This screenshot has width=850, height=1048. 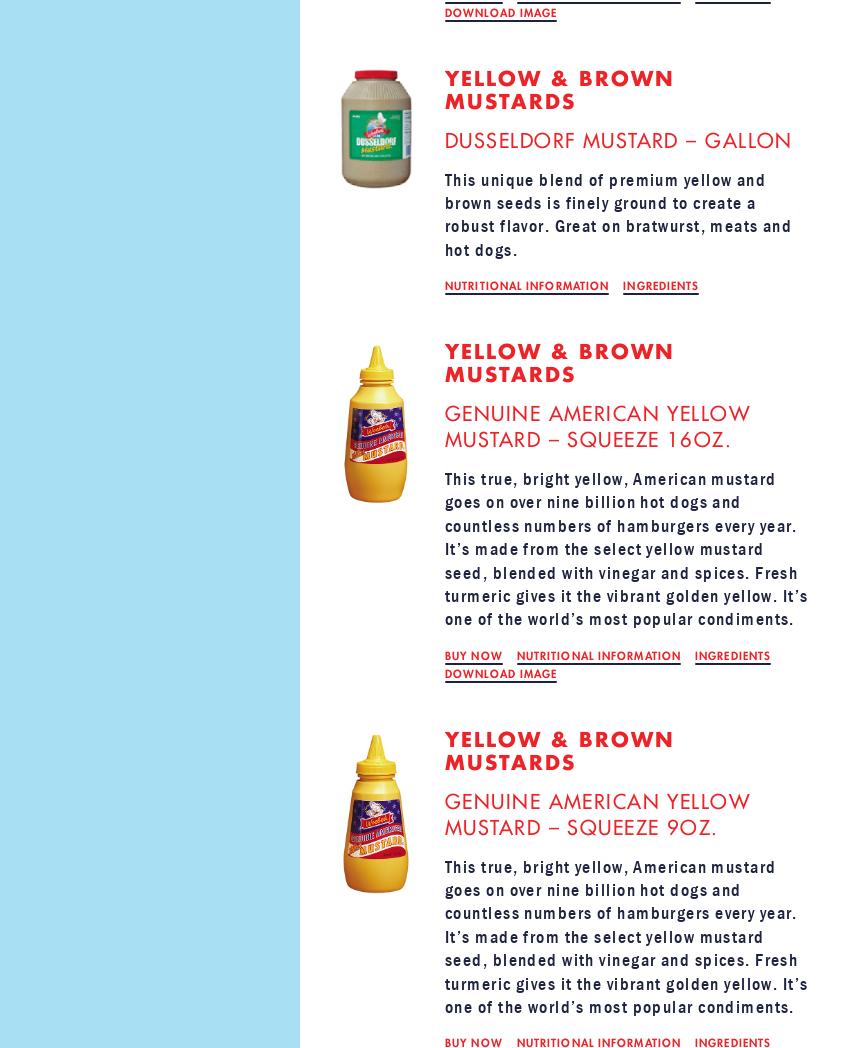 I want to click on 'This unique blend of premium yellow and brown seeds is finely ground to create a robust flavor. Great on bratwurst, meats and hot dogs.', so click(x=617, y=213).